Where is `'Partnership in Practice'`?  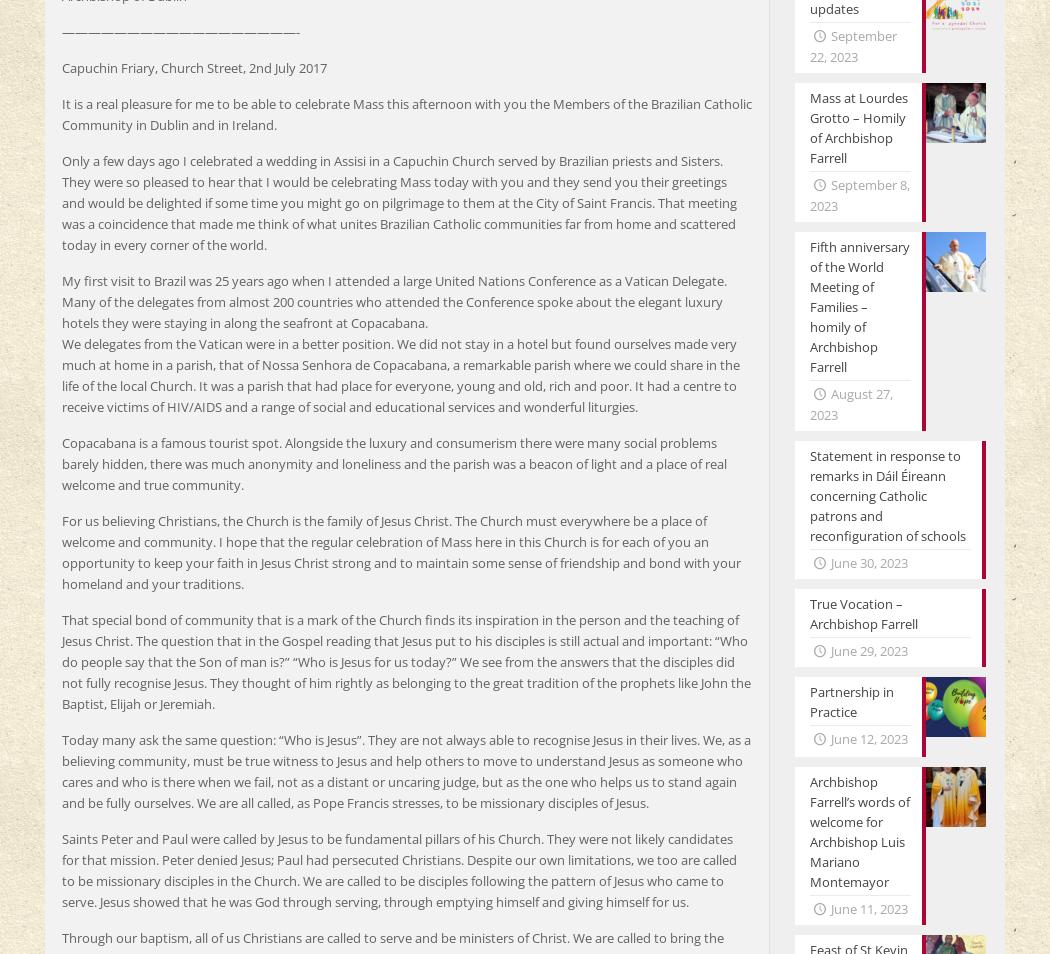 'Partnership in Practice' is located at coordinates (851, 700).